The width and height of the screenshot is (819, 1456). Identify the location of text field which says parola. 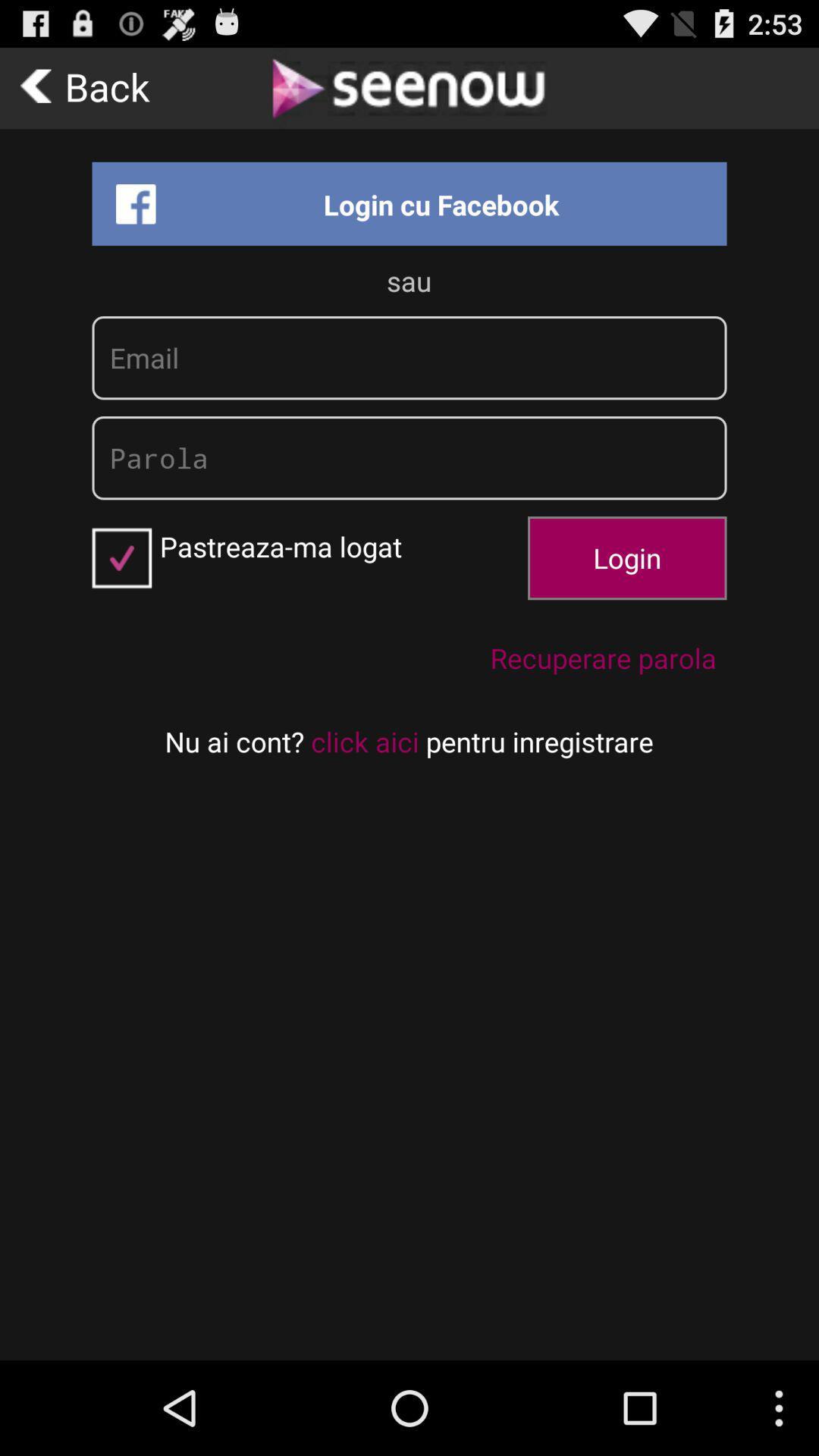
(409, 457).